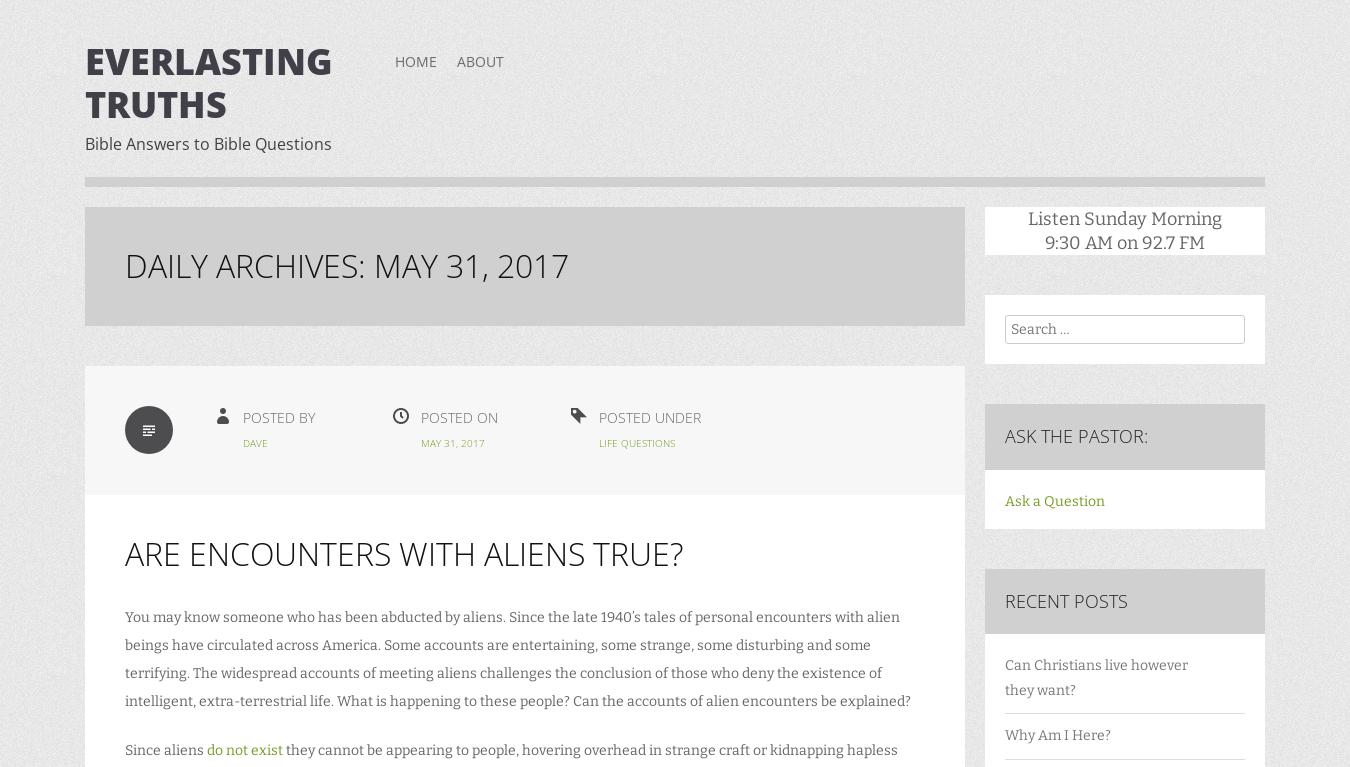  What do you see at coordinates (248, 265) in the screenshot?
I see `'Daily Archives:'` at bounding box center [248, 265].